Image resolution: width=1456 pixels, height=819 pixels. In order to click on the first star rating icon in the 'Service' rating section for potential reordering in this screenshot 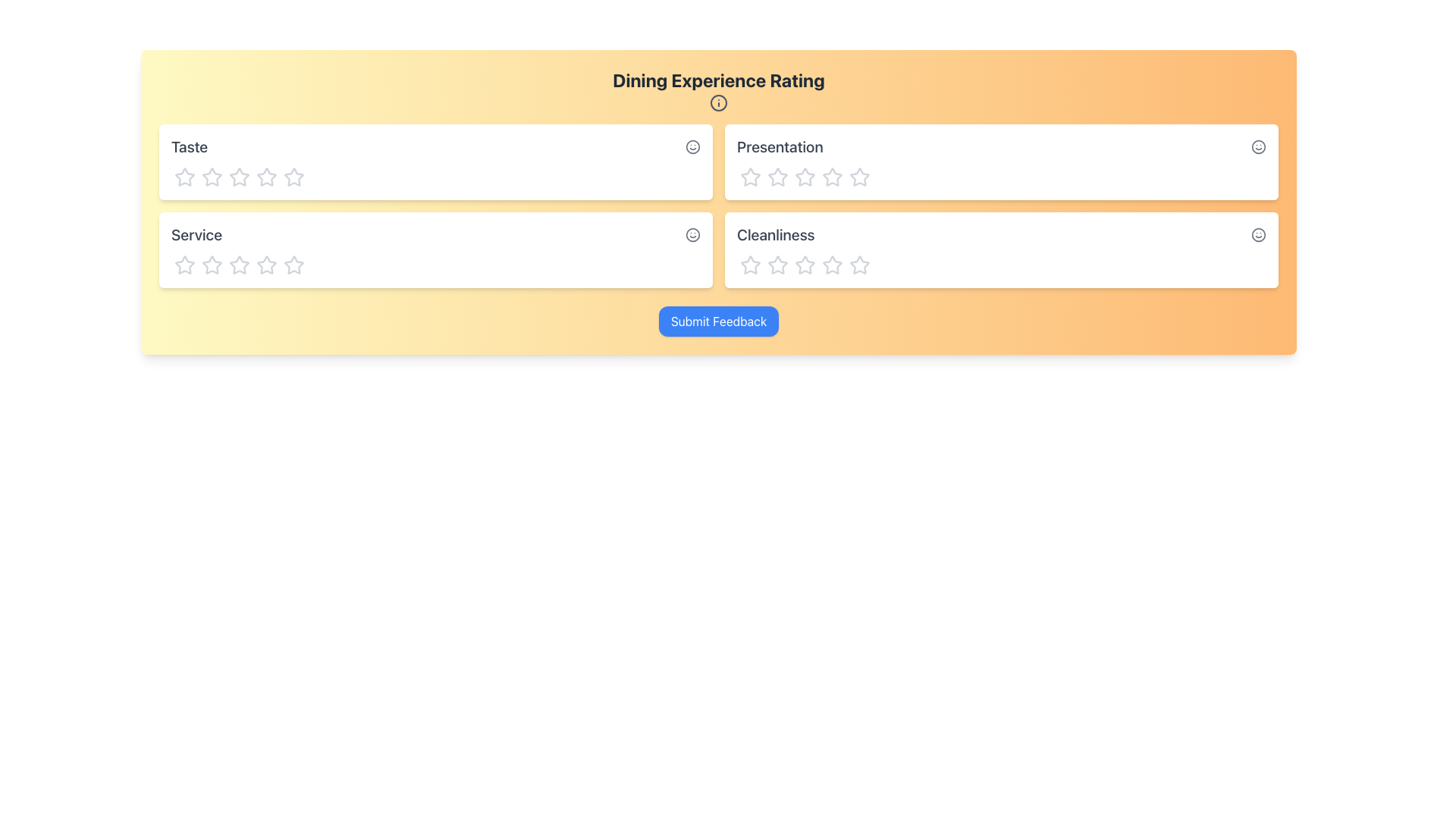, I will do `click(184, 264)`.